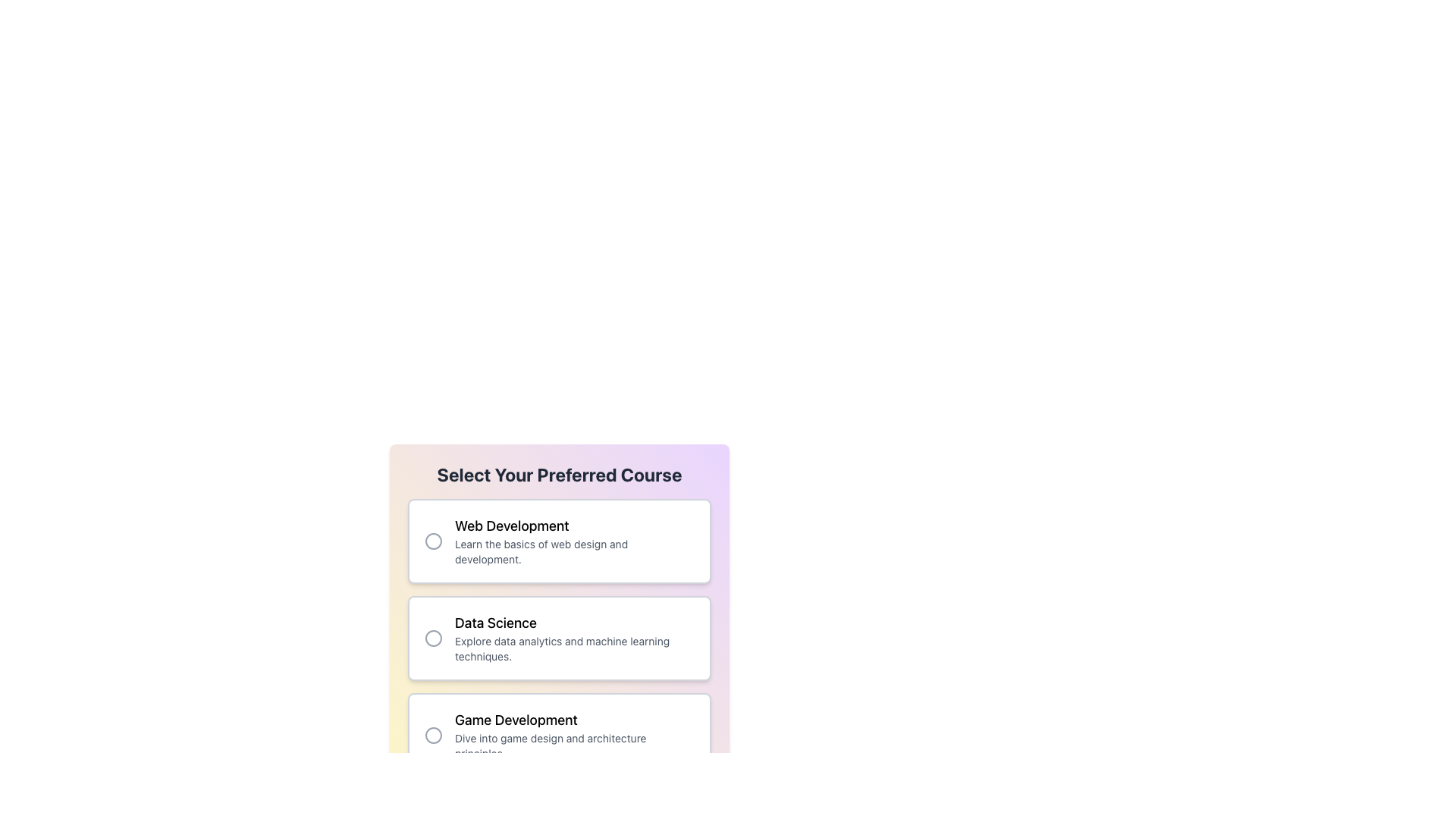 The width and height of the screenshot is (1456, 819). What do you see at coordinates (432, 540) in the screenshot?
I see `the unselected SVG Circle Element representing the 'Web Development' course option in the selection panel` at bounding box center [432, 540].